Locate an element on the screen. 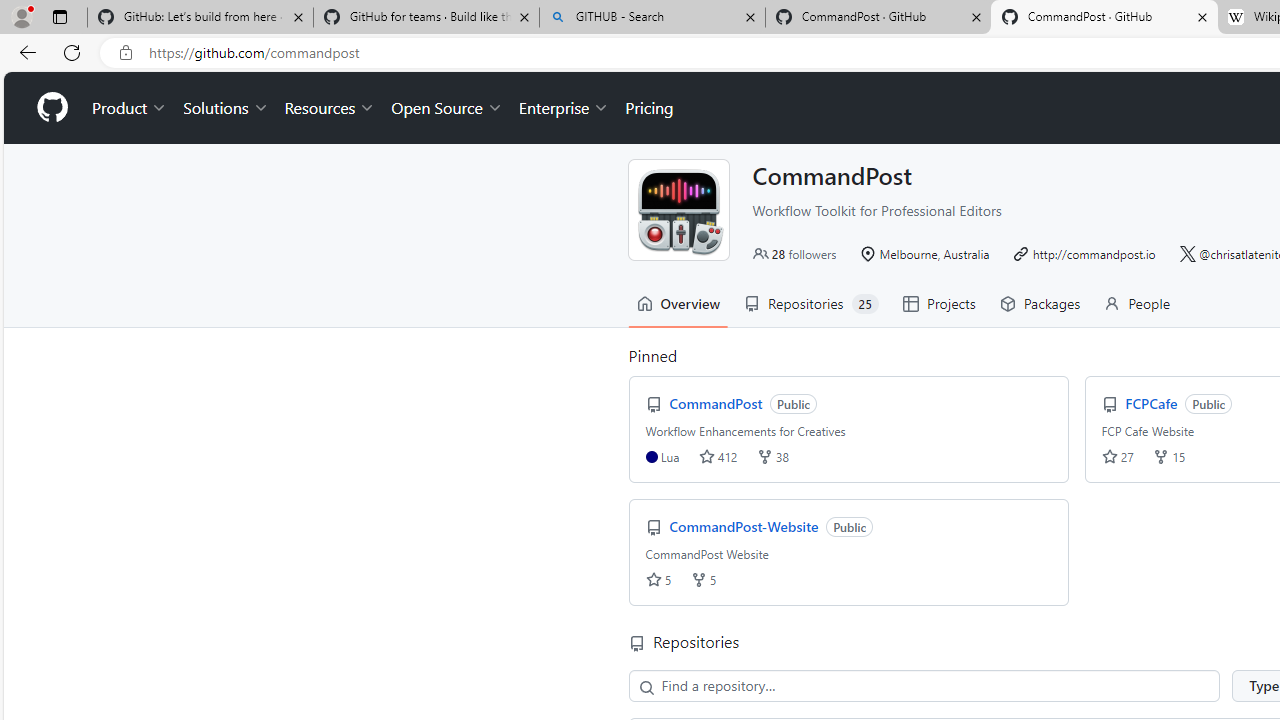  'CommandPost' is located at coordinates (718, 403).